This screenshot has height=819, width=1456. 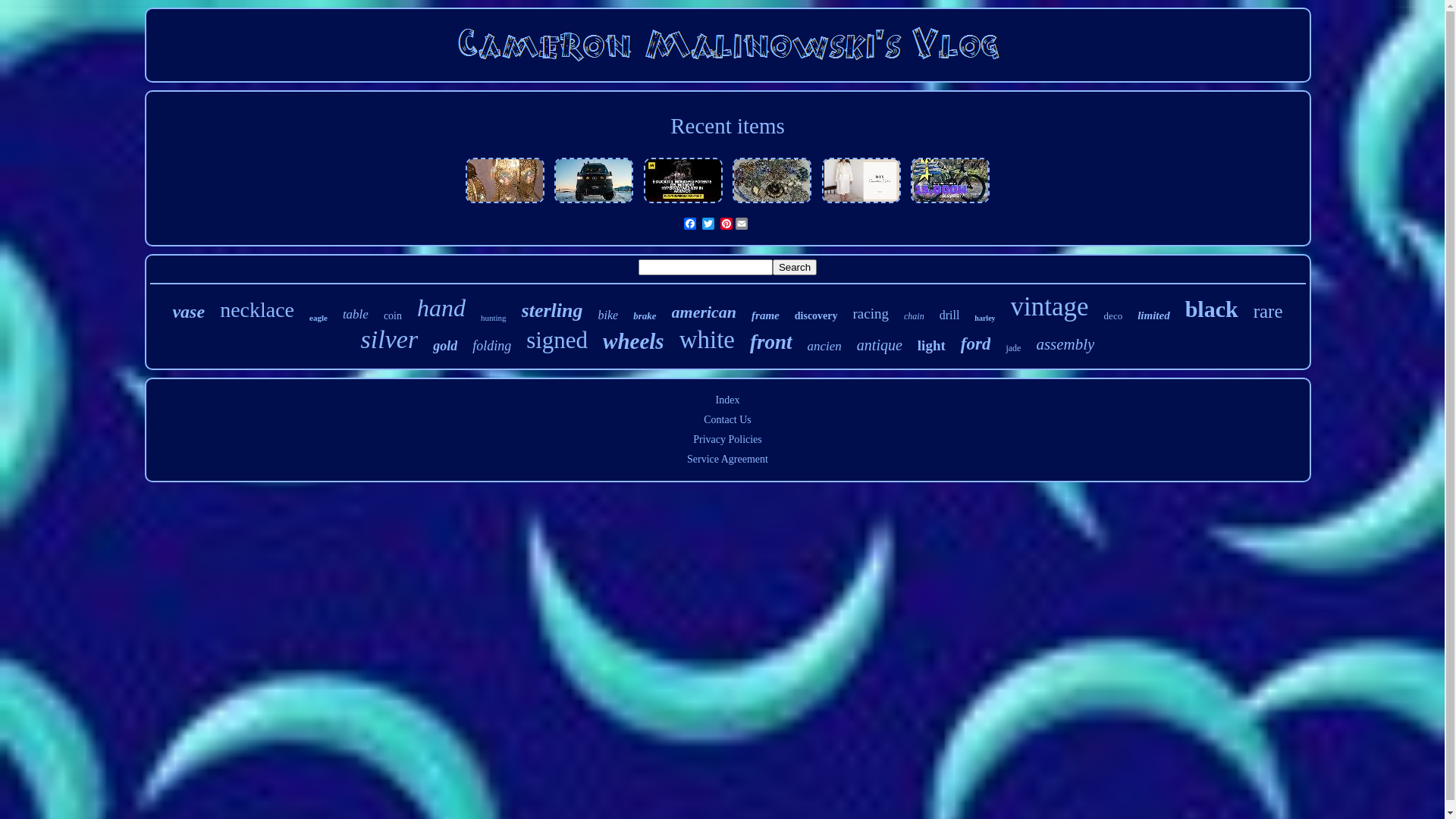 What do you see at coordinates (913, 315) in the screenshot?
I see `'chain'` at bounding box center [913, 315].